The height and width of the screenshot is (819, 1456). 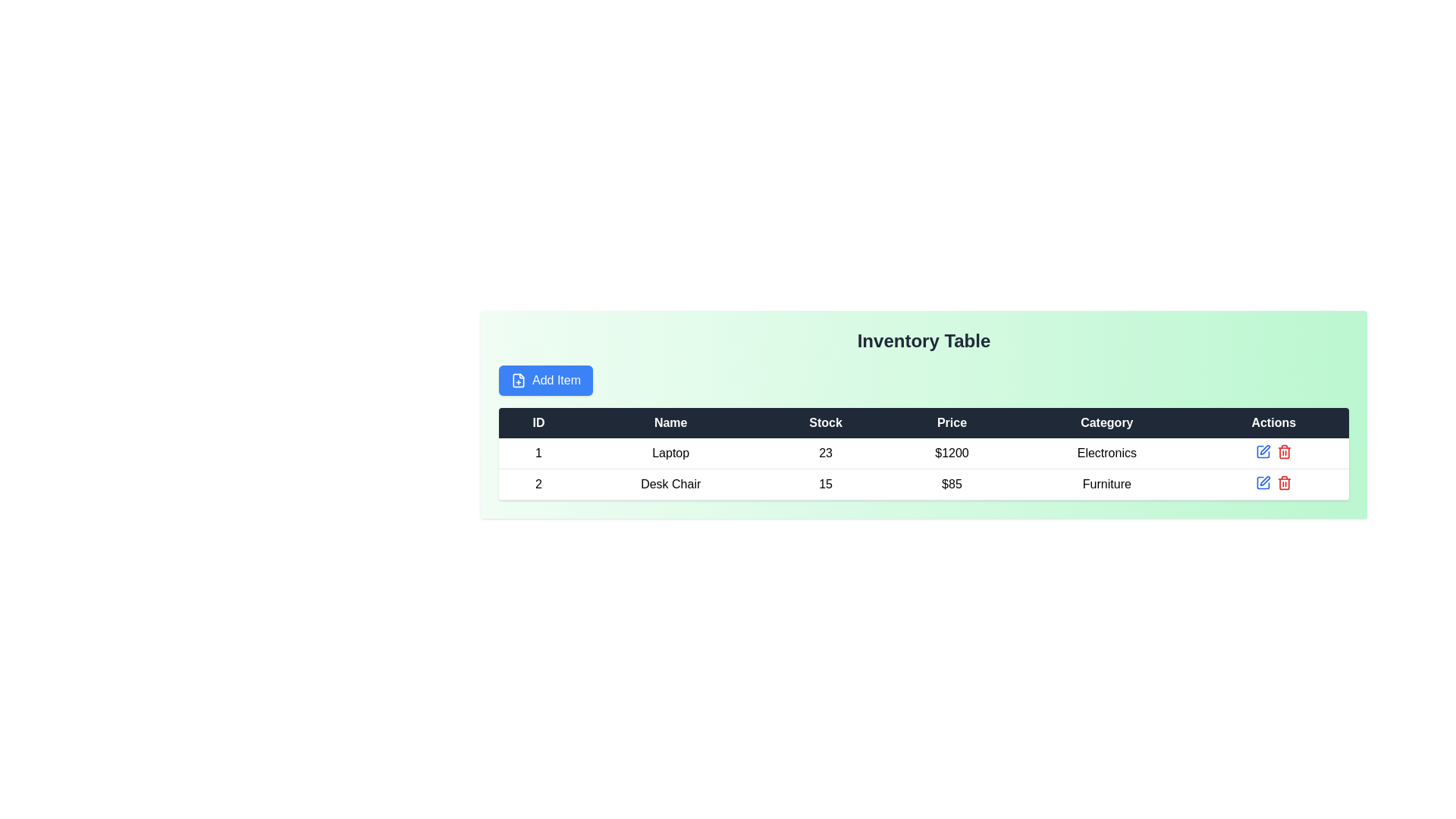 I want to click on the first row of the product table containing the fields 'ID', 'Name', 'Stock', 'Price', 'Category' and the values '1', 'Laptop', '23', '$1200', 'Electronics', so click(x=923, y=453).